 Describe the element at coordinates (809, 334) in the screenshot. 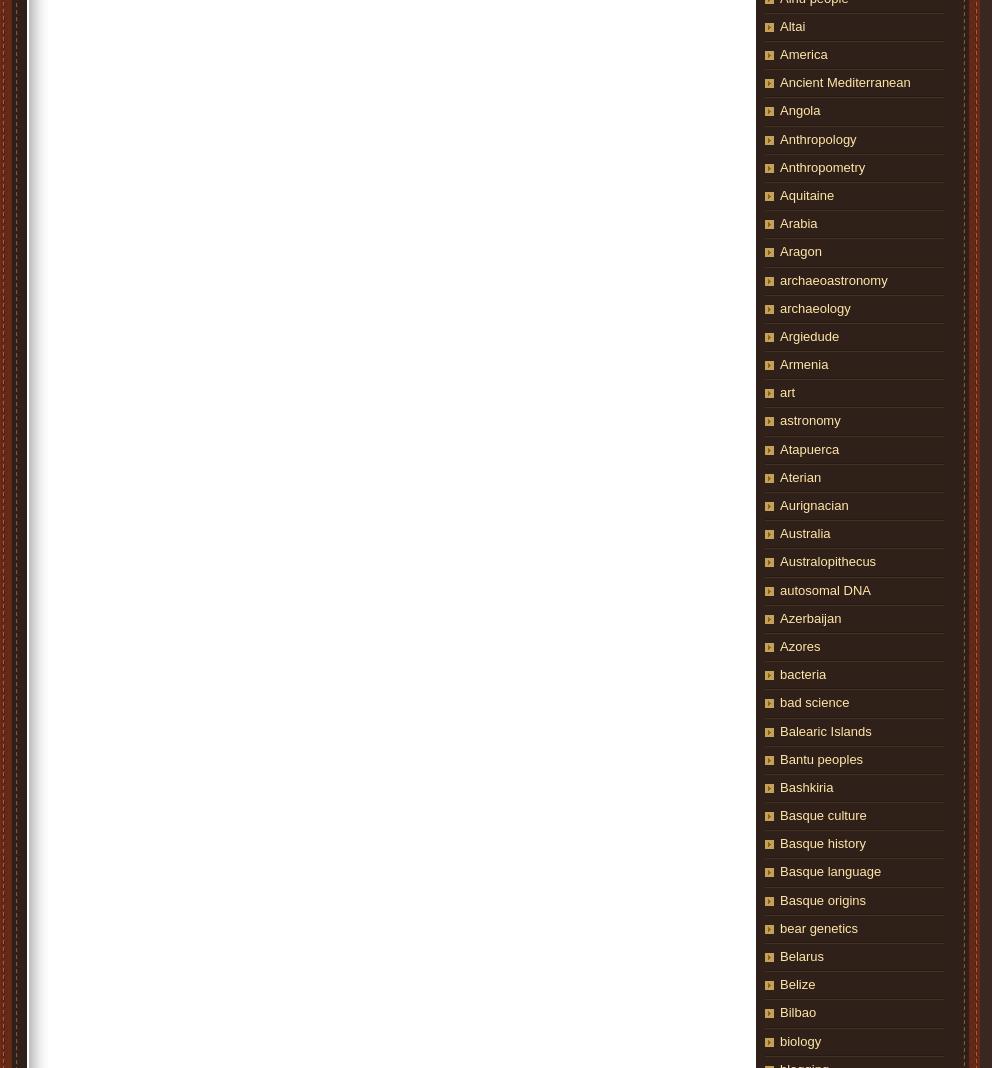

I see `'Argiedude'` at that location.